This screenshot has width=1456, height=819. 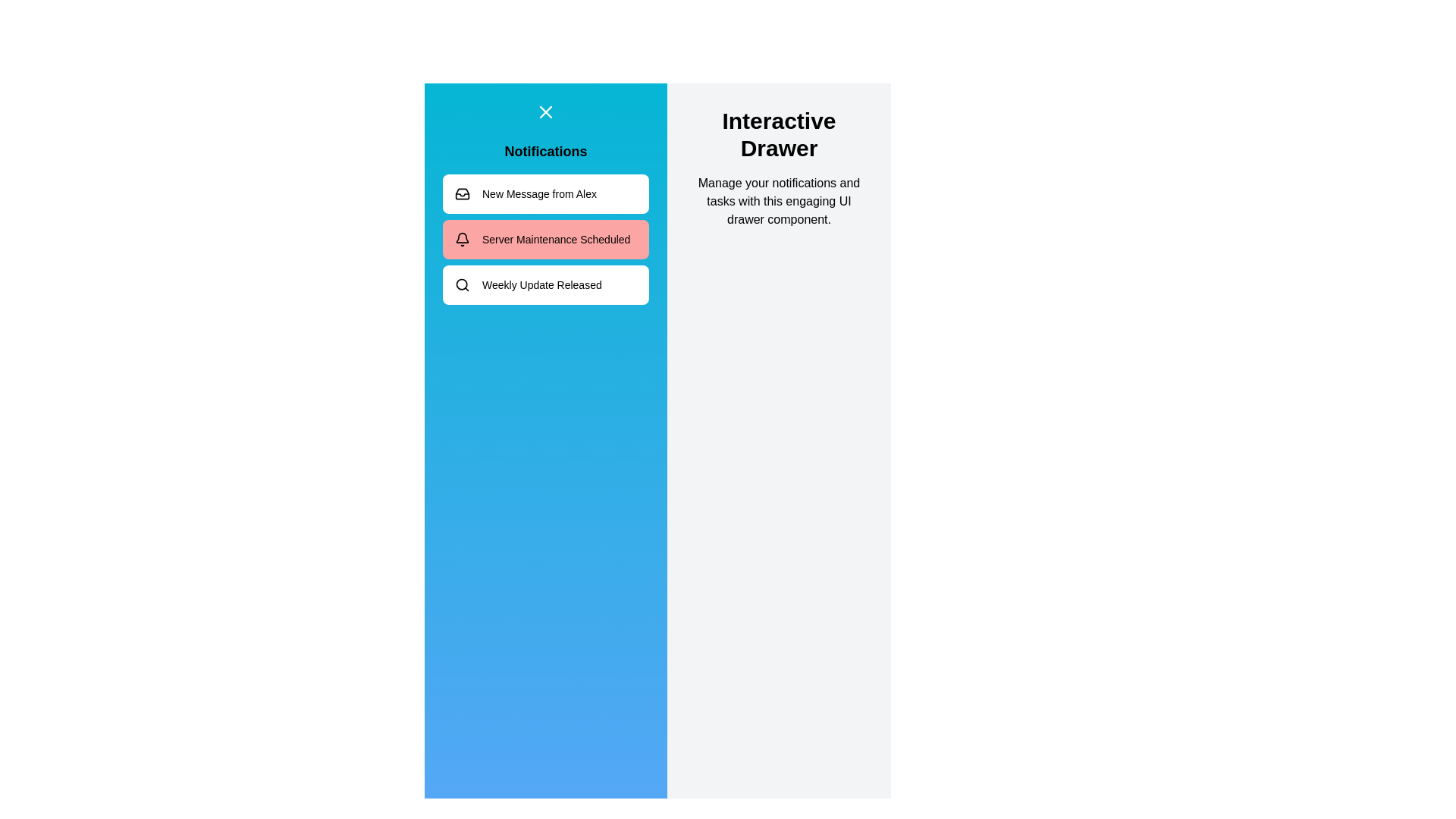 What do you see at coordinates (546, 193) in the screenshot?
I see `the notification labeled 'New Message from Alex'` at bounding box center [546, 193].